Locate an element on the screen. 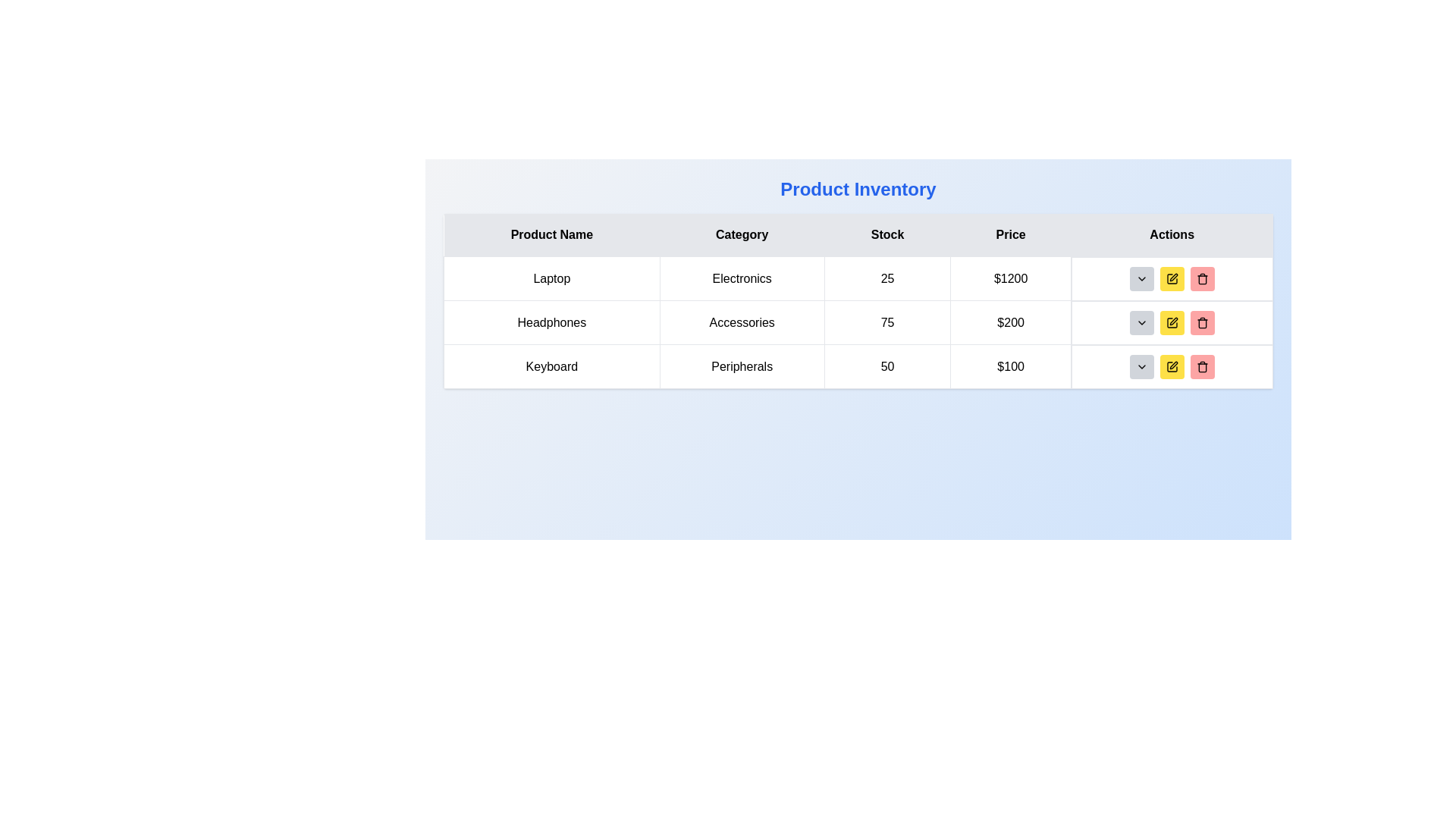 This screenshot has width=1456, height=819. the Dropdown trigger button located in the 'Actions' column of the last row within the 'Product Inventory' table is located at coordinates (1141, 366).